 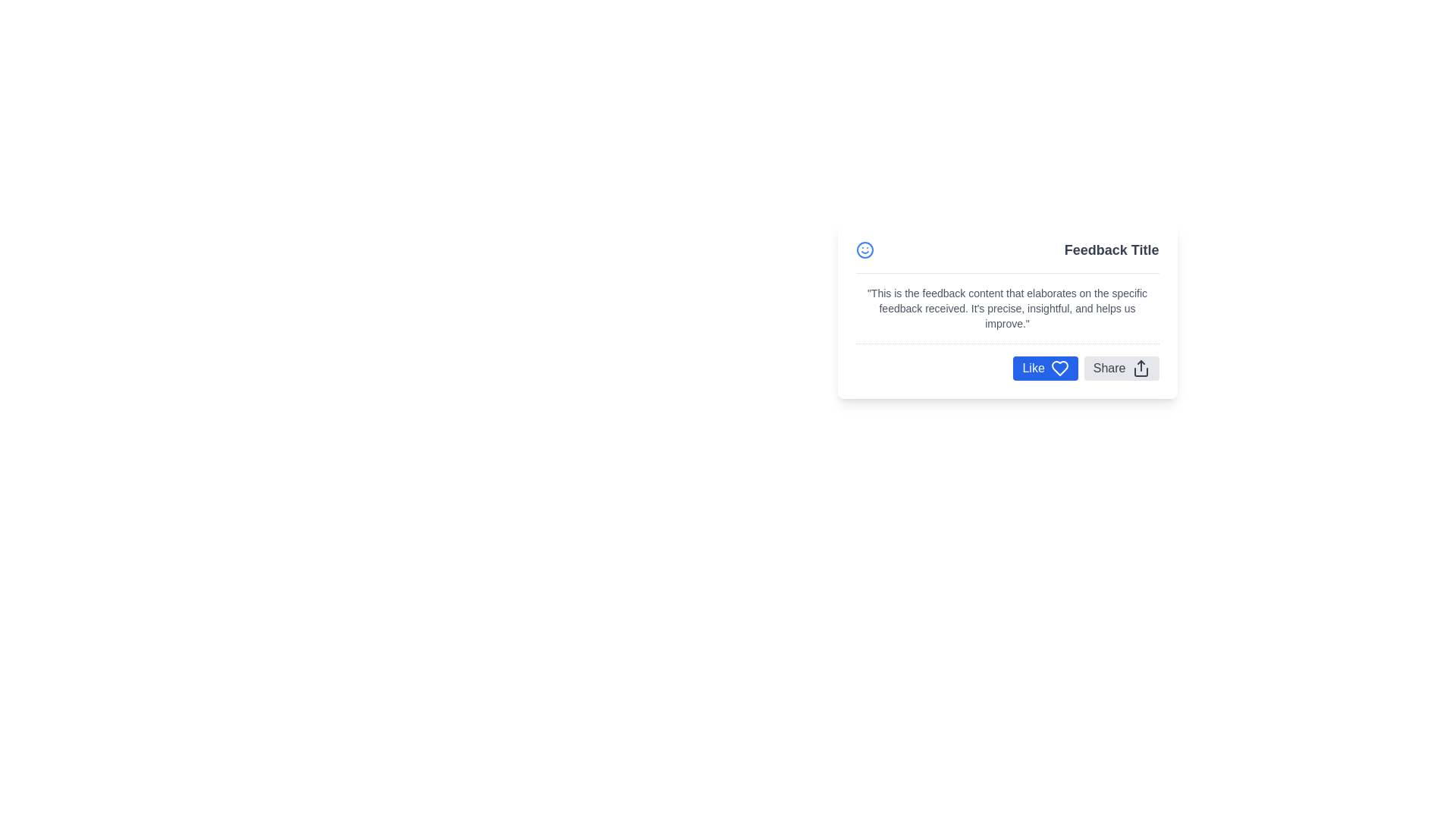 What do you see at coordinates (1007, 369) in the screenshot?
I see `the 'Like' button within the composite interactive group at the bottom of the feedback card to express a positive response` at bounding box center [1007, 369].